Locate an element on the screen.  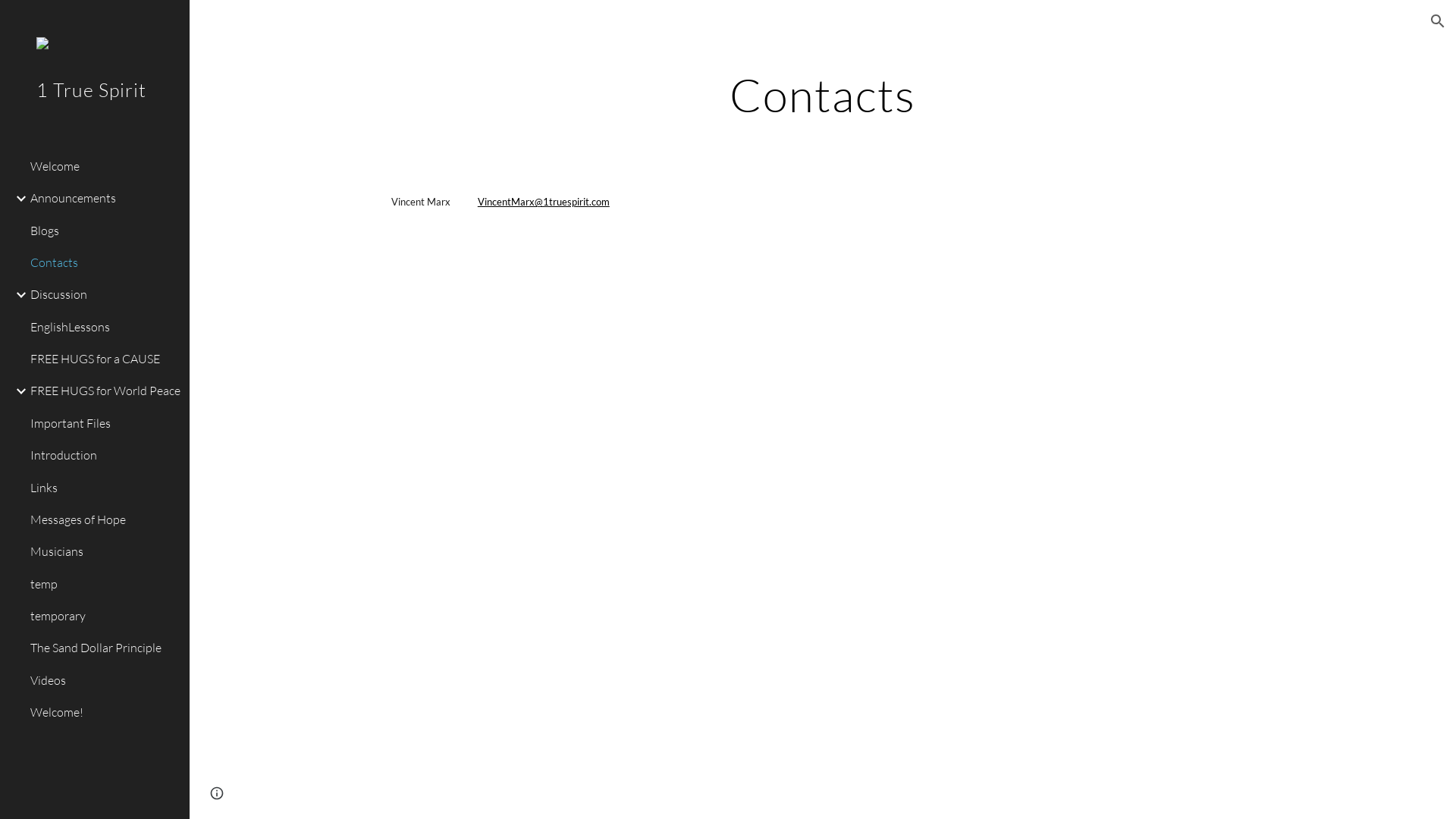
'Blogs' is located at coordinates (103, 231).